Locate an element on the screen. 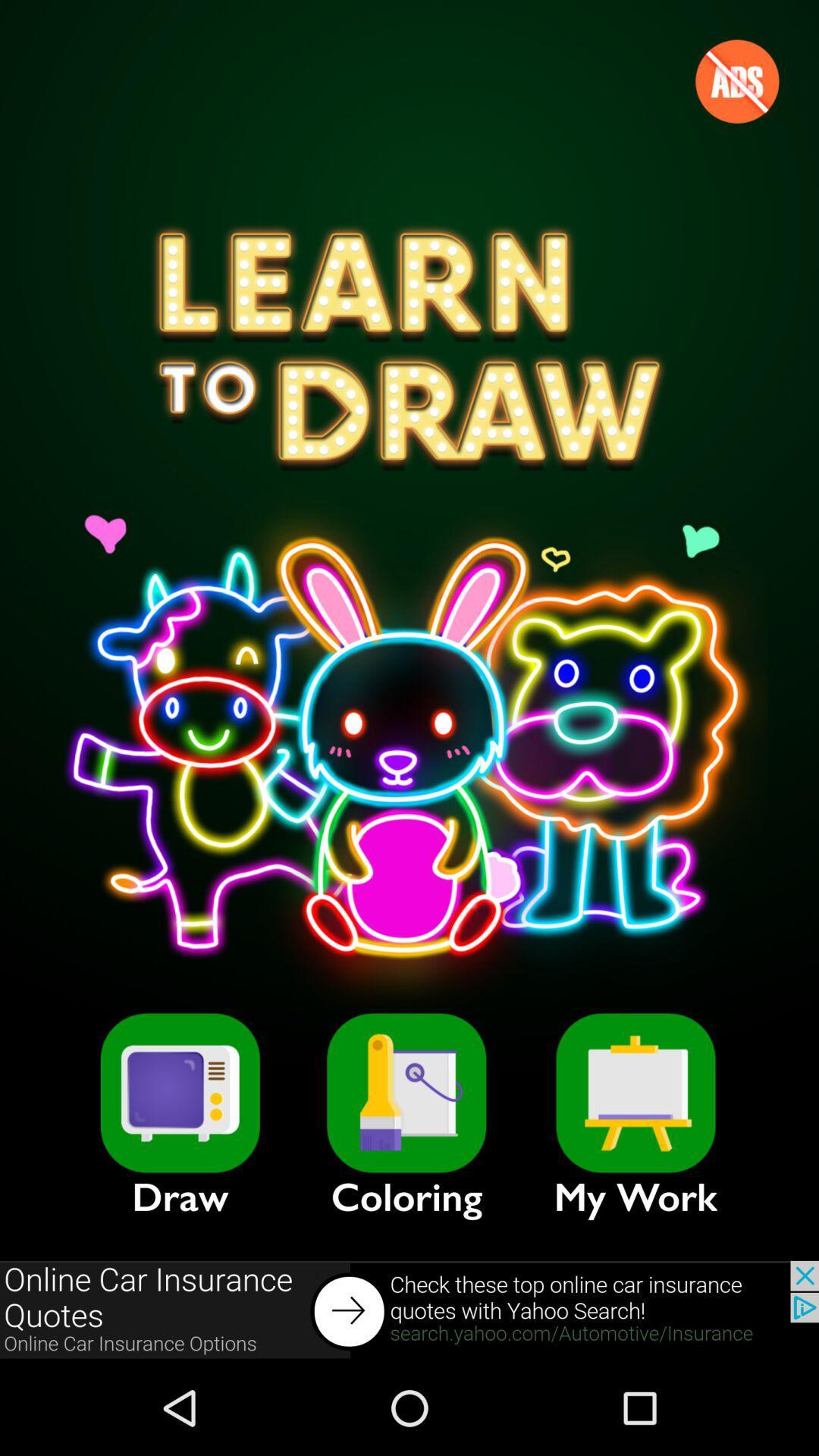  item next to the my work item is located at coordinates (406, 1093).